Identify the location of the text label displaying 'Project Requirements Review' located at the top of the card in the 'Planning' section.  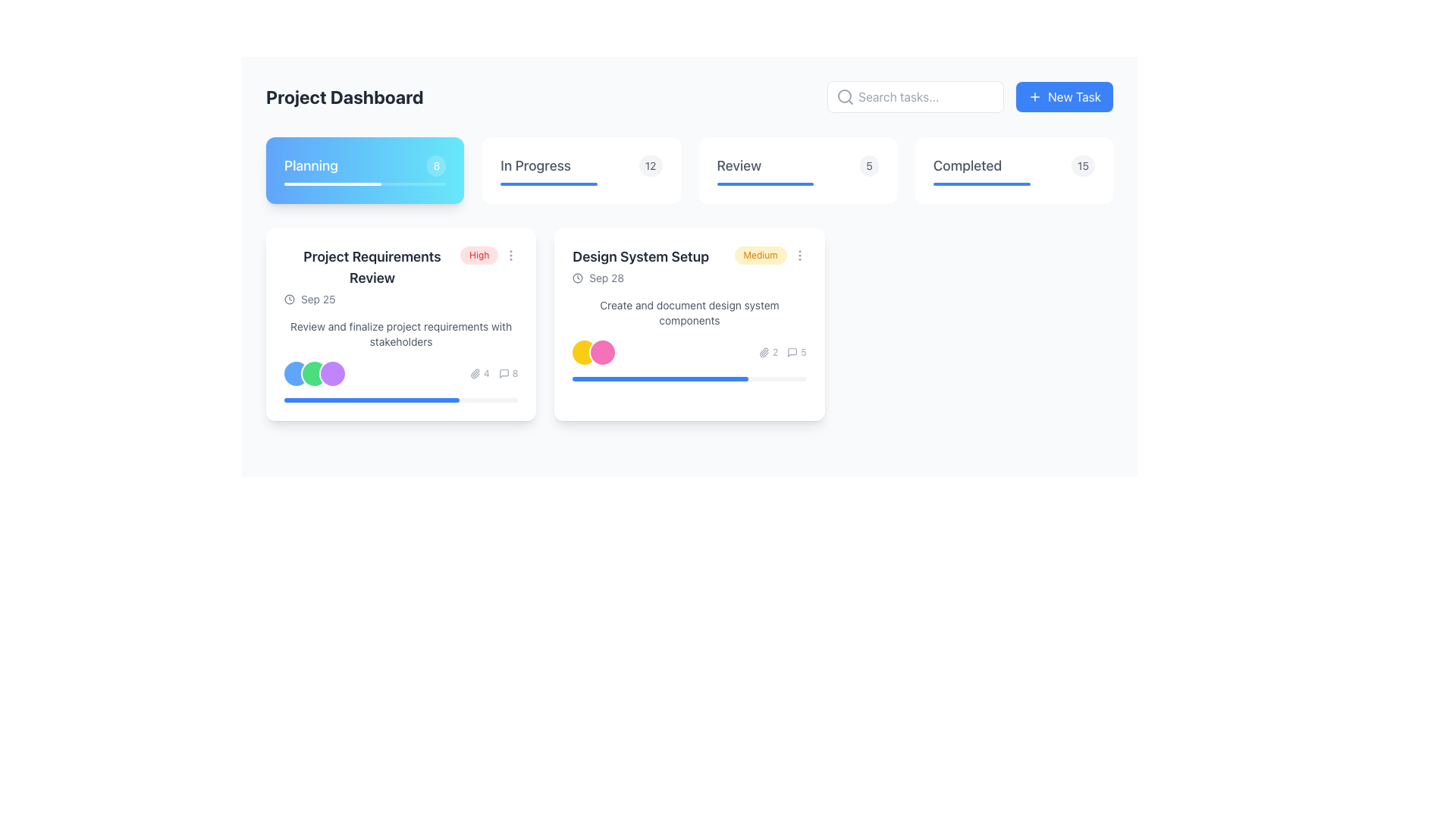
(372, 267).